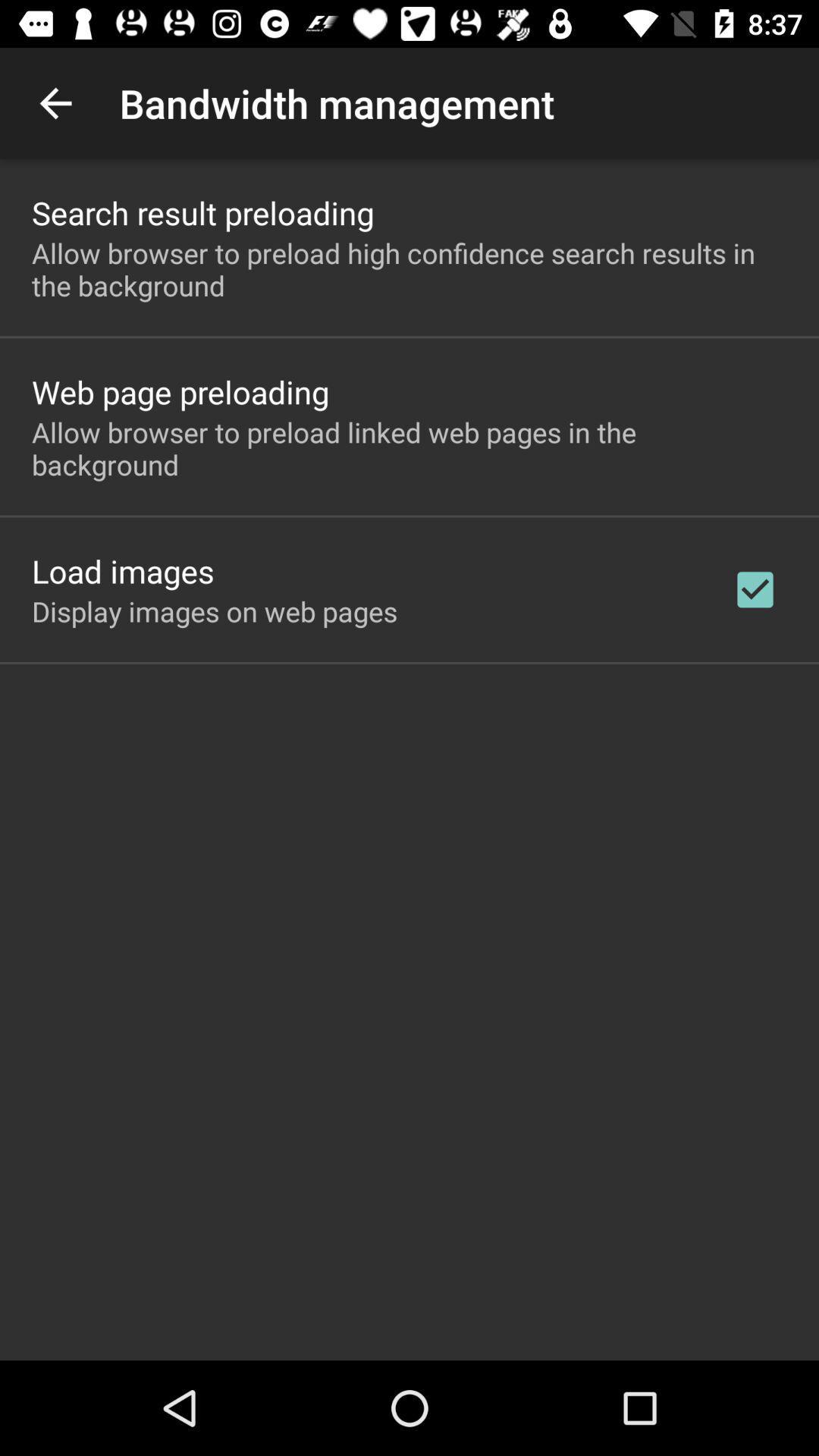 The image size is (819, 1456). What do you see at coordinates (55, 102) in the screenshot?
I see `the app to the left of the bandwidth management icon` at bounding box center [55, 102].